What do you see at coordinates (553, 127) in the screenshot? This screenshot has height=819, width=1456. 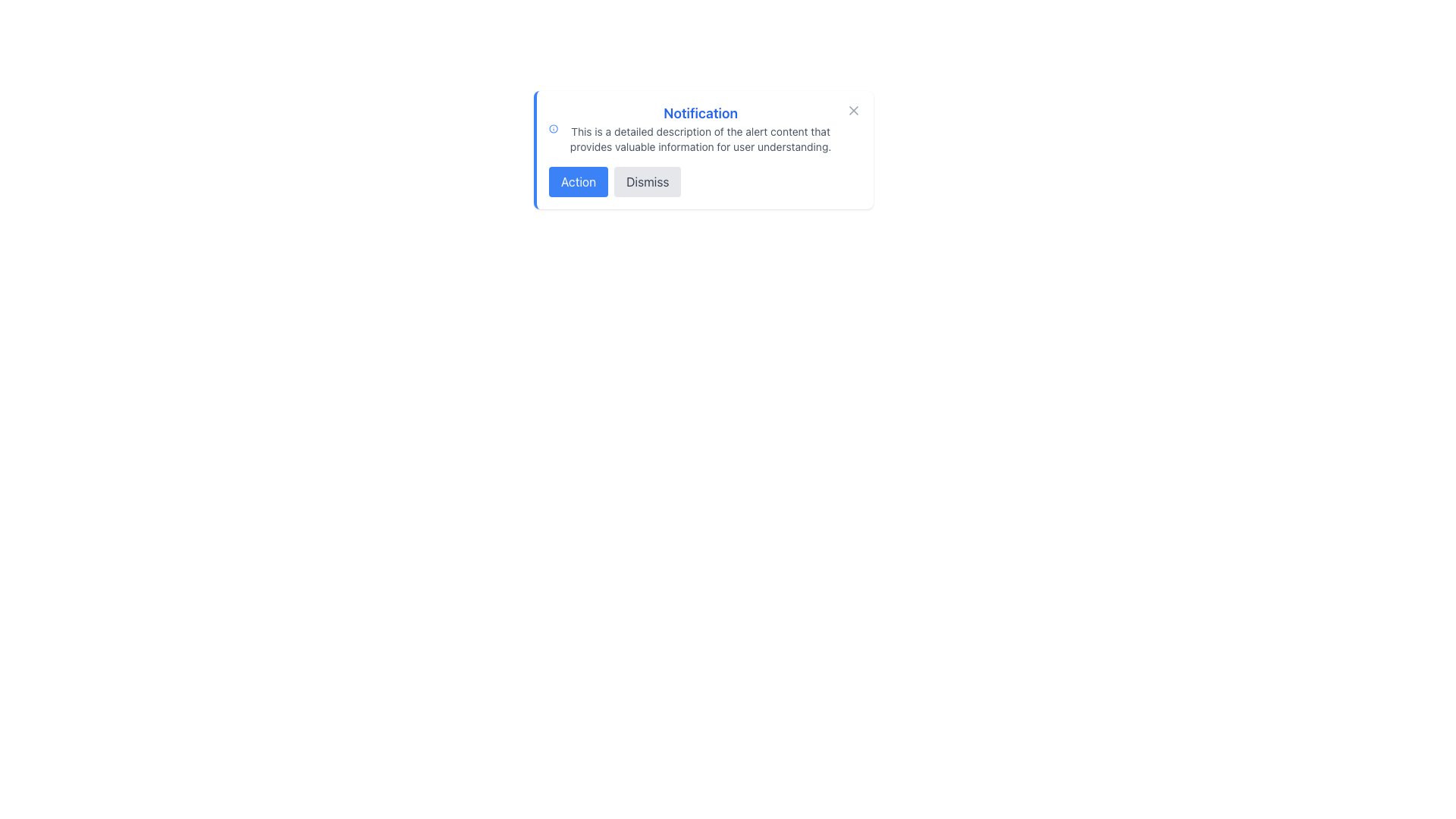 I see `the circular icon element with a 10-pixel radius, styled in blue, located within the notification box to the left of the header text 'Notification'` at bounding box center [553, 127].